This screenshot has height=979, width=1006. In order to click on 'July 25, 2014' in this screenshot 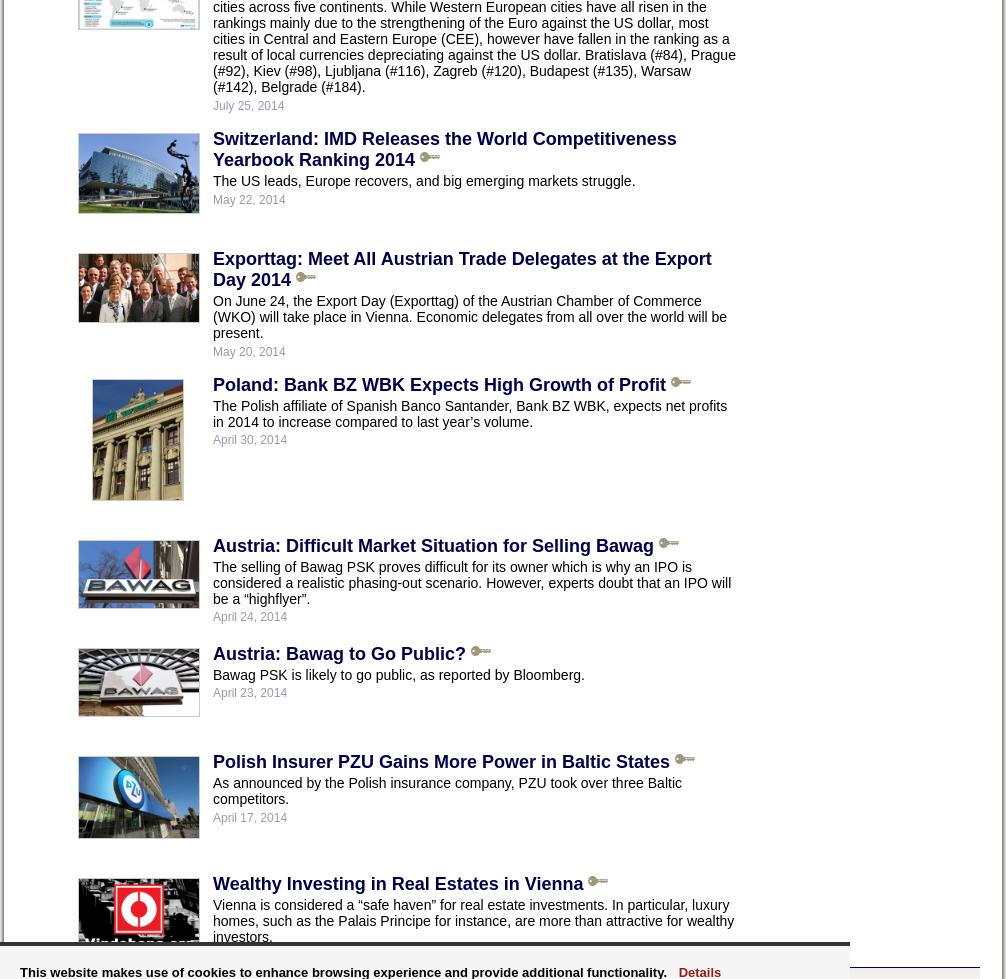, I will do `click(248, 105)`.